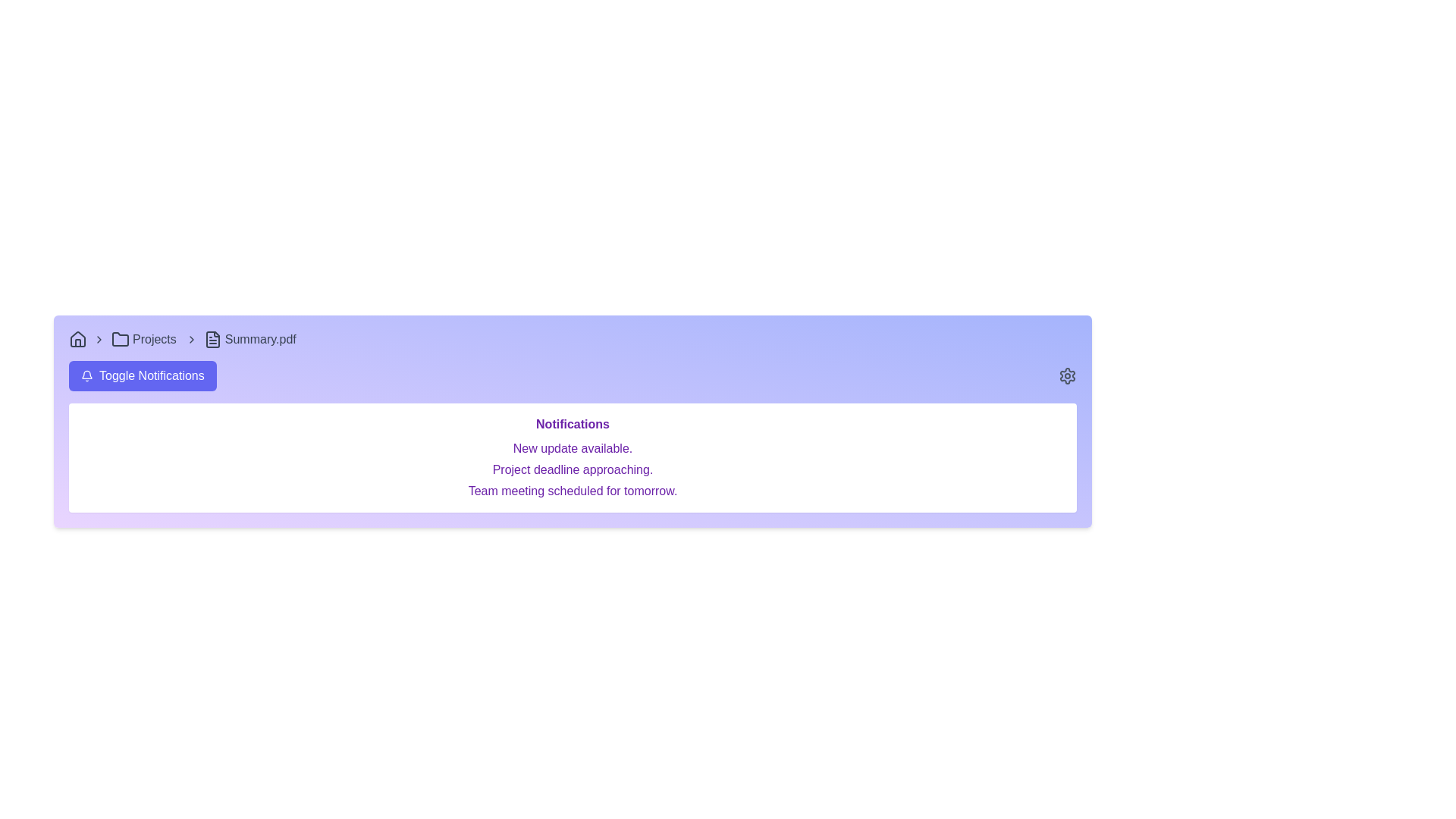  I want to click on the text label displaying the filename 'Summary.pdf' located in the breadcrumb navigation bar, positioned above the 'Toggle Notifications' button and to the right of the 'Projects' breadcrumb, so click(260, 338).